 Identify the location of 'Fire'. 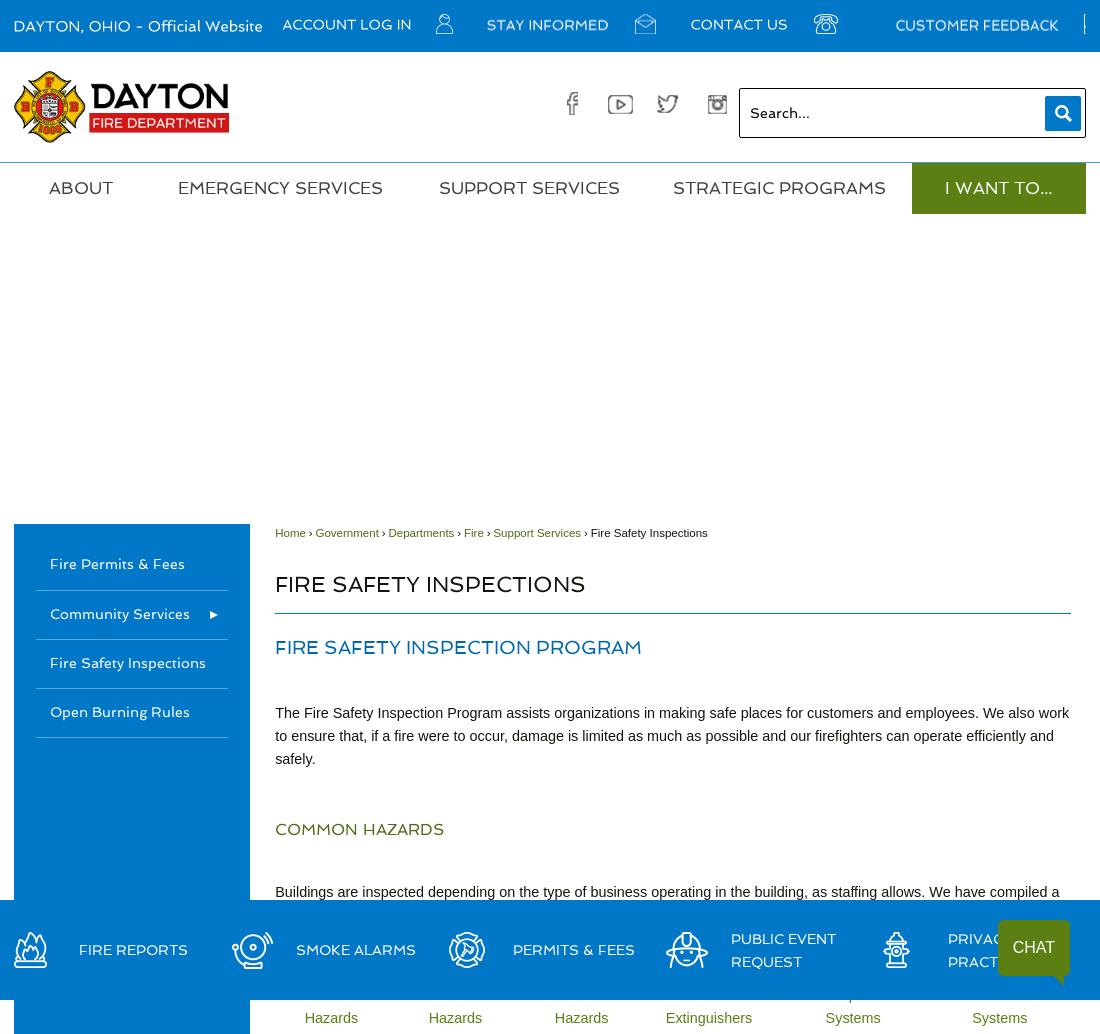
(472, 531).